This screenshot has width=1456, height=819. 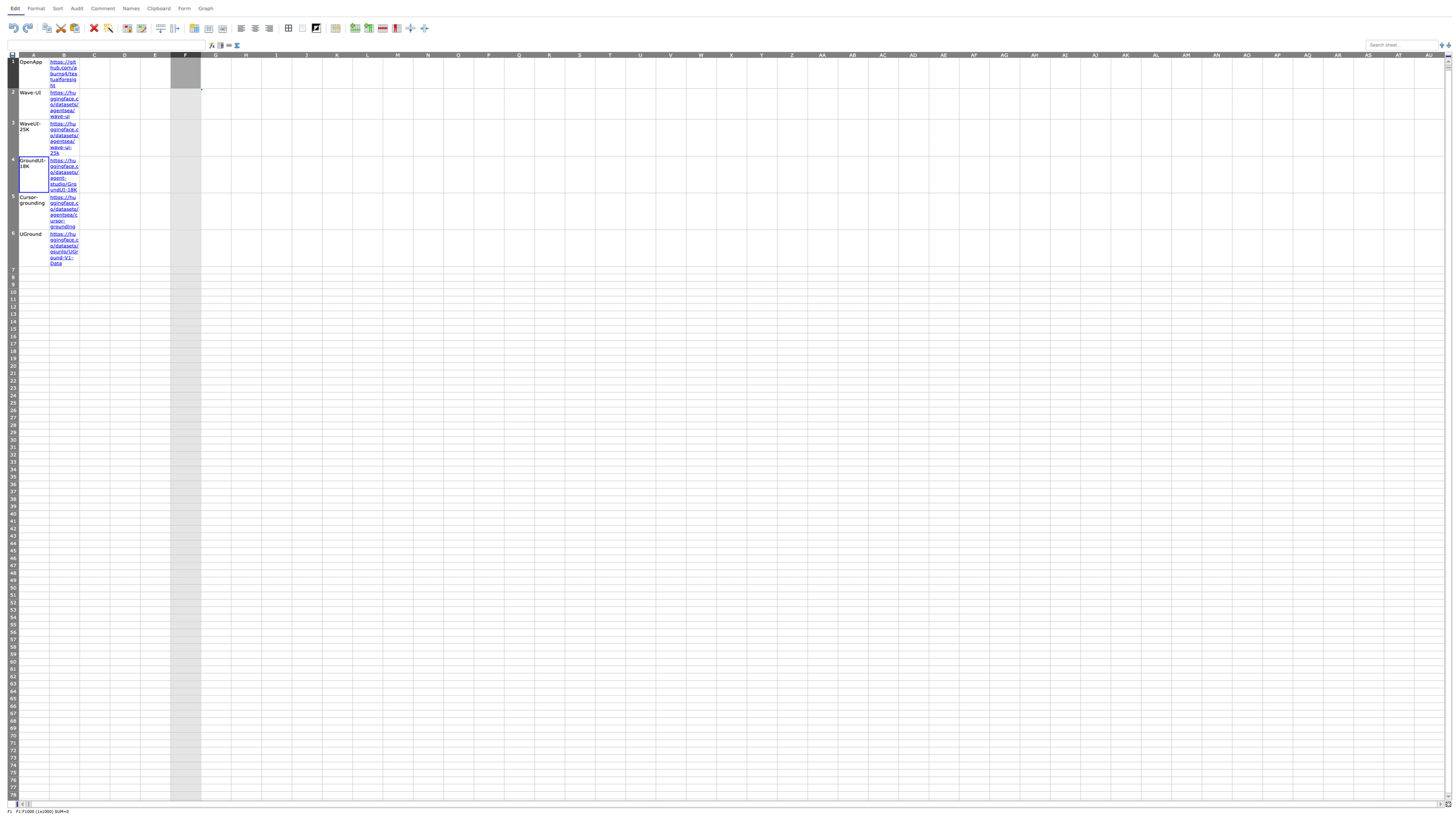 I want to click on column J, so click(x=307, y=54).